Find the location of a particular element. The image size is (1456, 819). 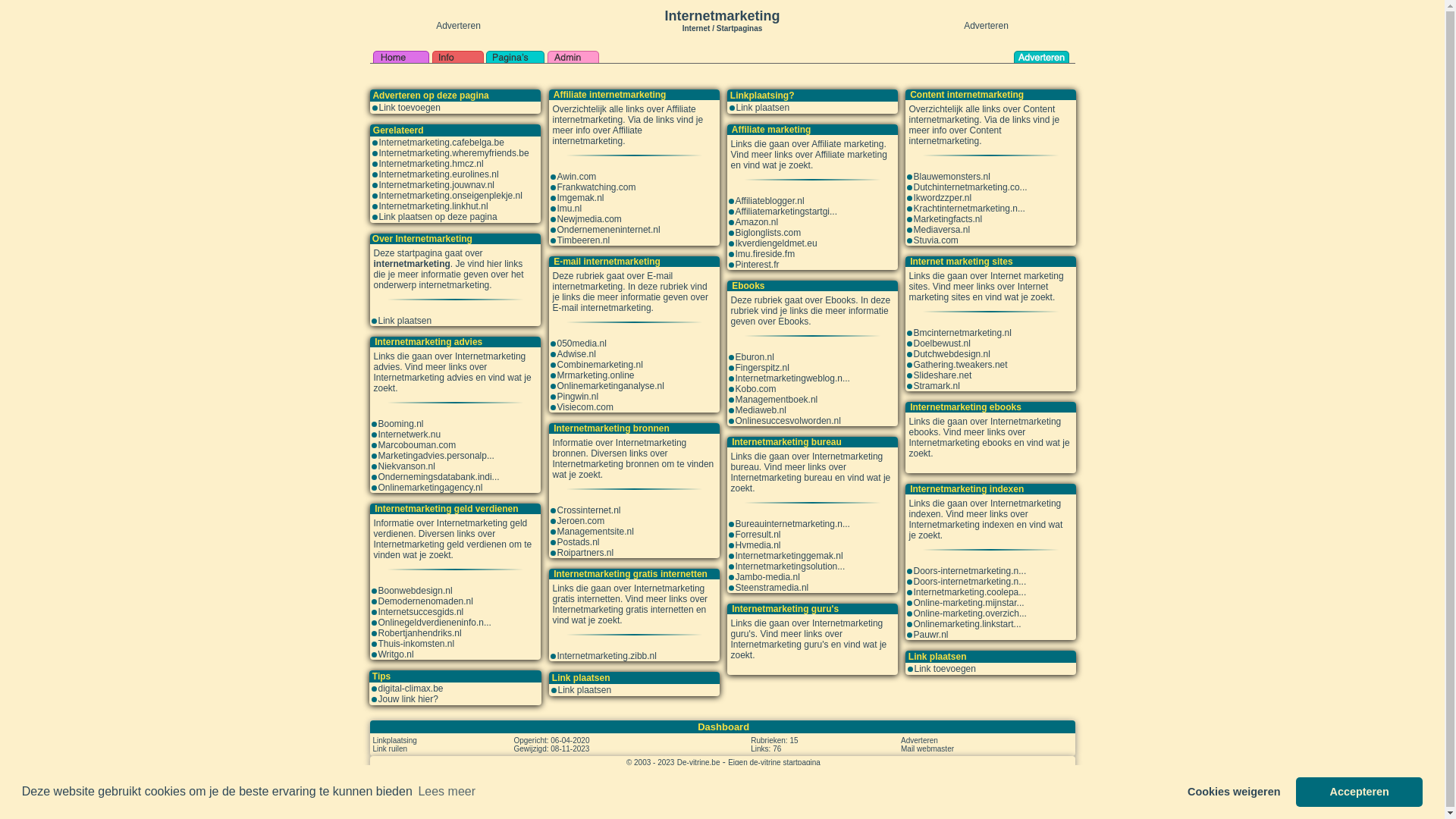

'Link plaatsen op deze pagina' is located at coordinates (437, 216).